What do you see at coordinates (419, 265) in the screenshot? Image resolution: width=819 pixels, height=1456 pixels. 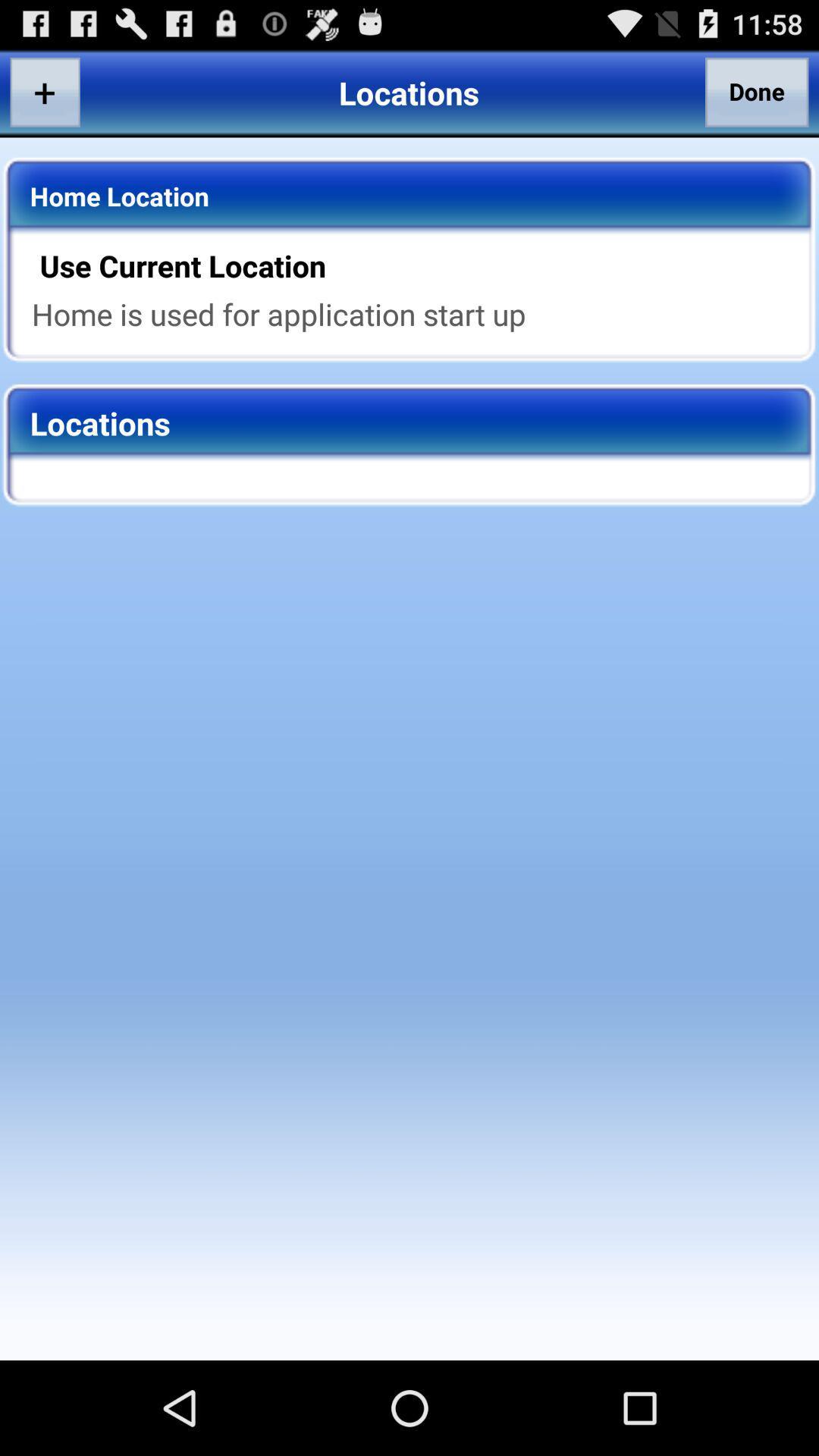 I see `the item above the home is used` at bounding box center [419, 265].